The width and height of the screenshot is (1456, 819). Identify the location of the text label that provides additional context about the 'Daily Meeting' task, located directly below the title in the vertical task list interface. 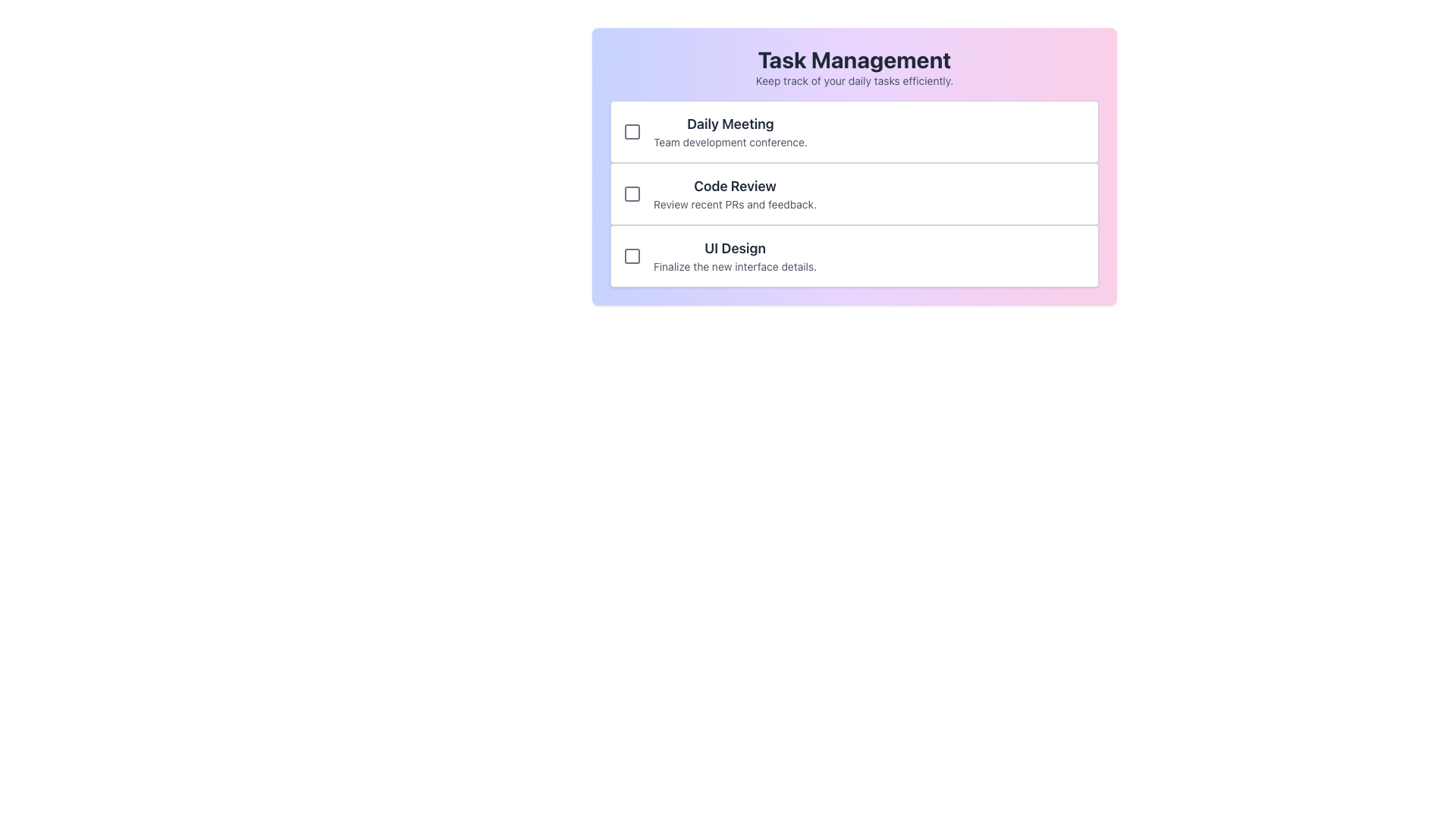
(730, 143).